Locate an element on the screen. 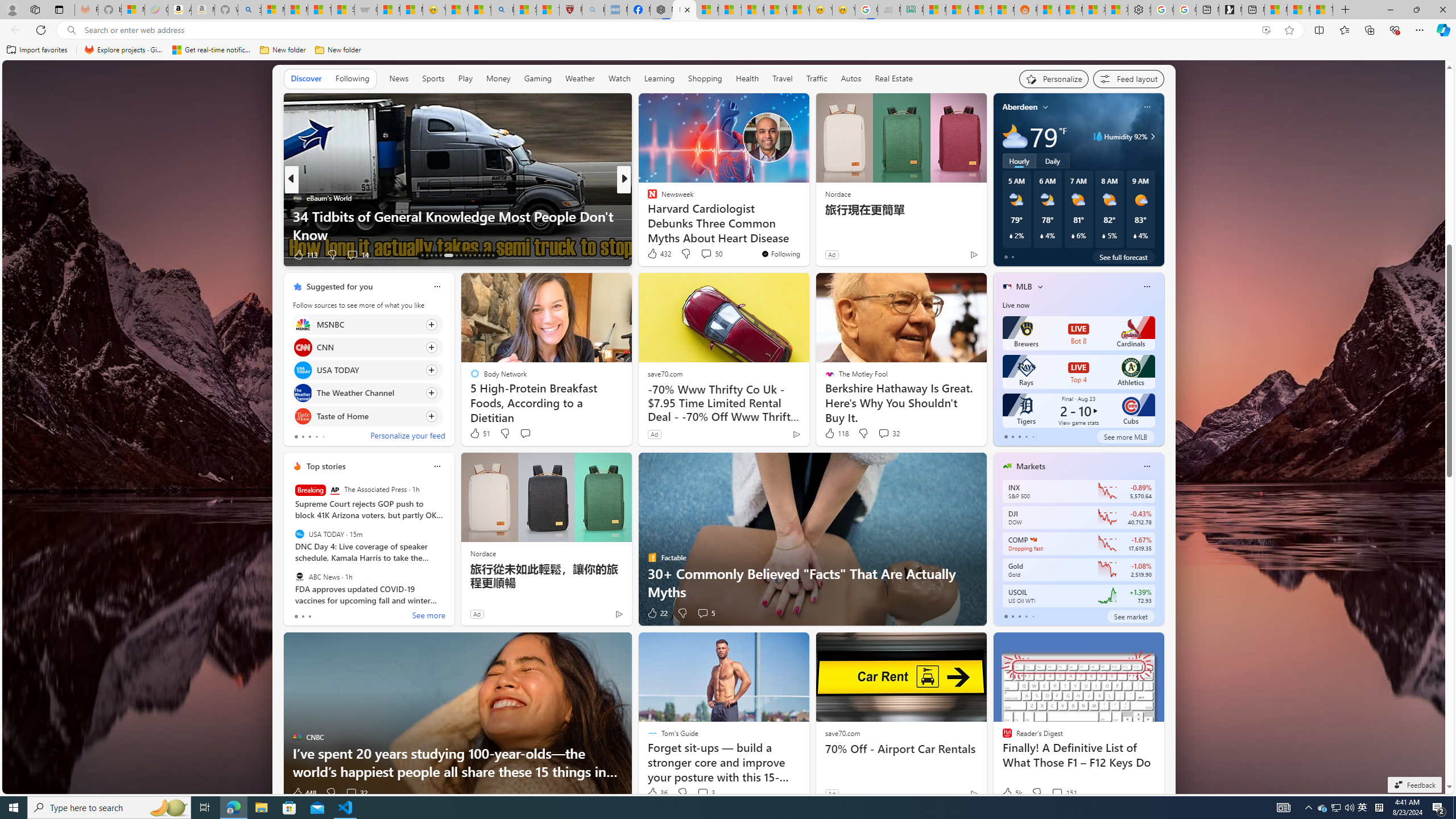  '256 Like' is located at coordinates (655, 254).